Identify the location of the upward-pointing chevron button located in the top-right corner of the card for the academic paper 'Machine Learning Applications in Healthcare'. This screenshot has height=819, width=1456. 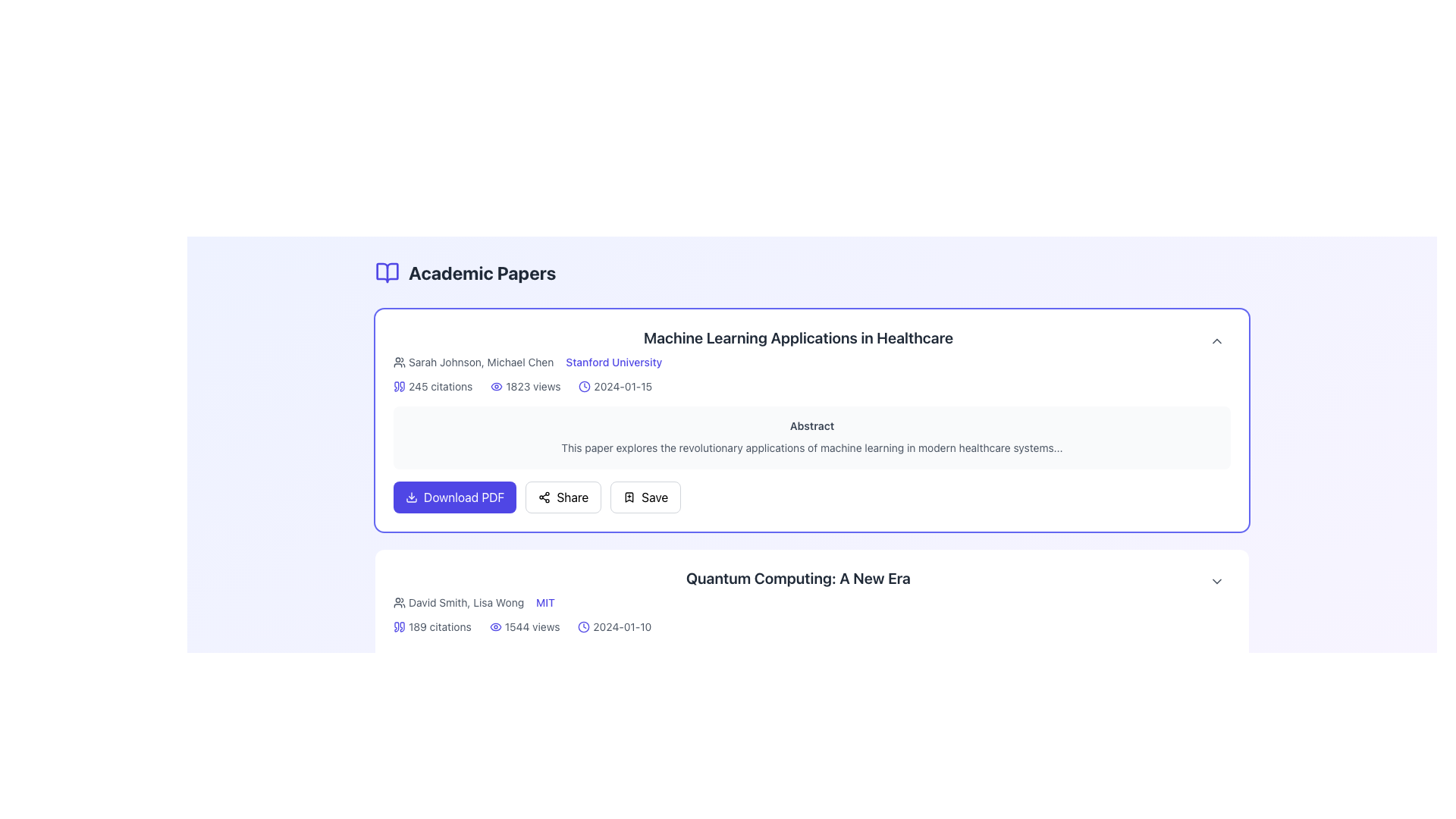
(1216, 341).